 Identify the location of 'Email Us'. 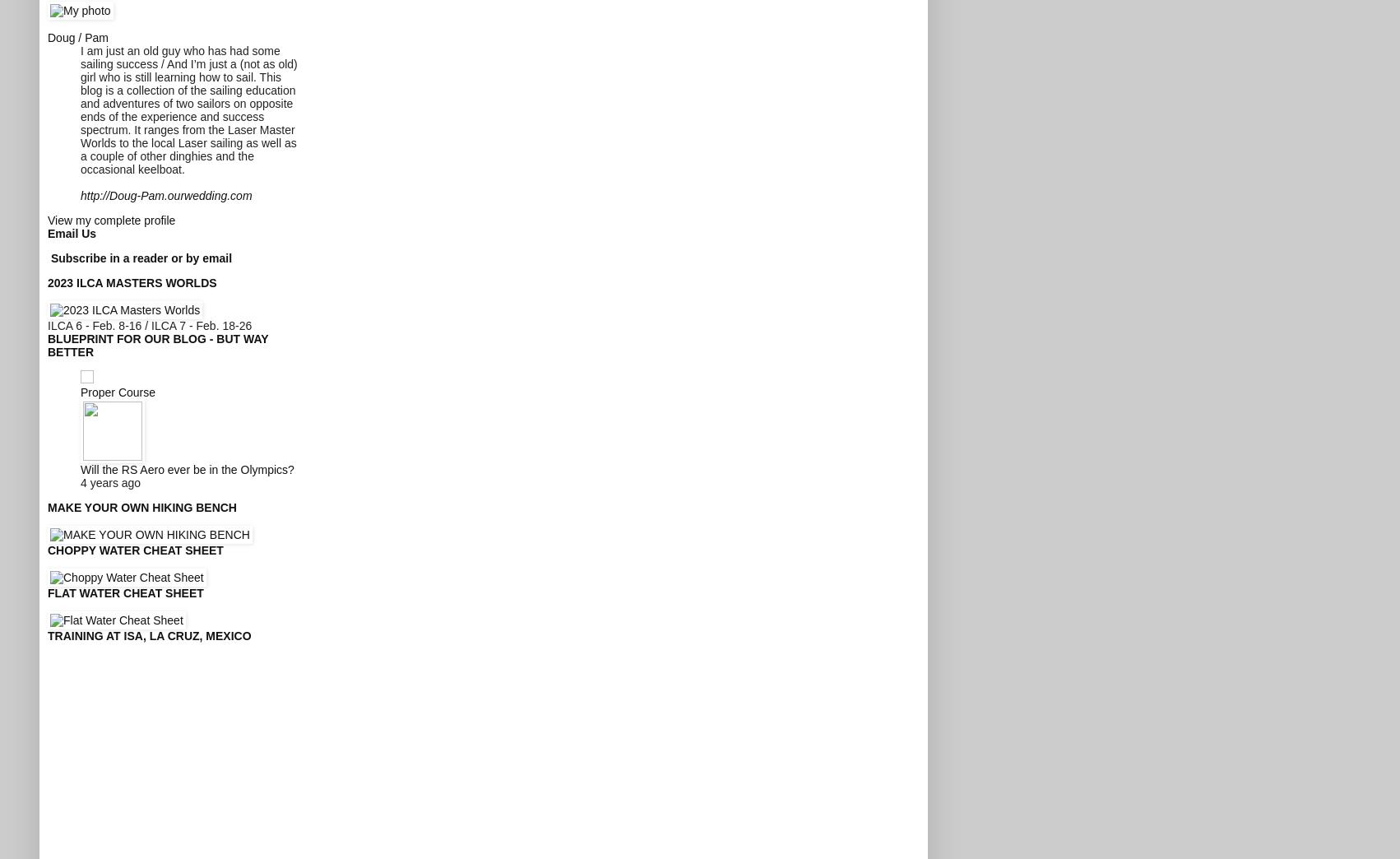
(72, 232).